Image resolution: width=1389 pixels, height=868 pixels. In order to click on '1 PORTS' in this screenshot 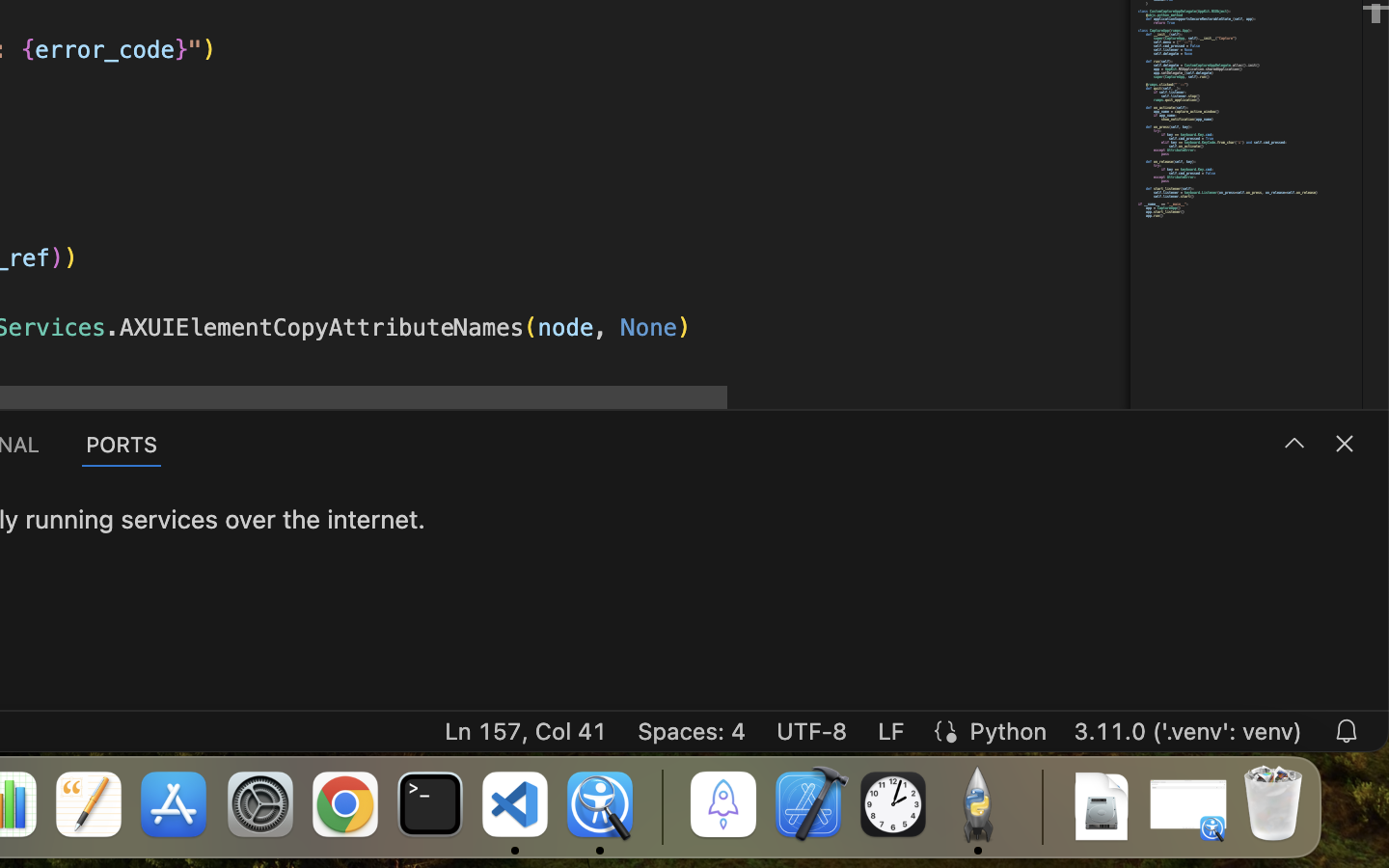, I will do `click(122, 442)`.